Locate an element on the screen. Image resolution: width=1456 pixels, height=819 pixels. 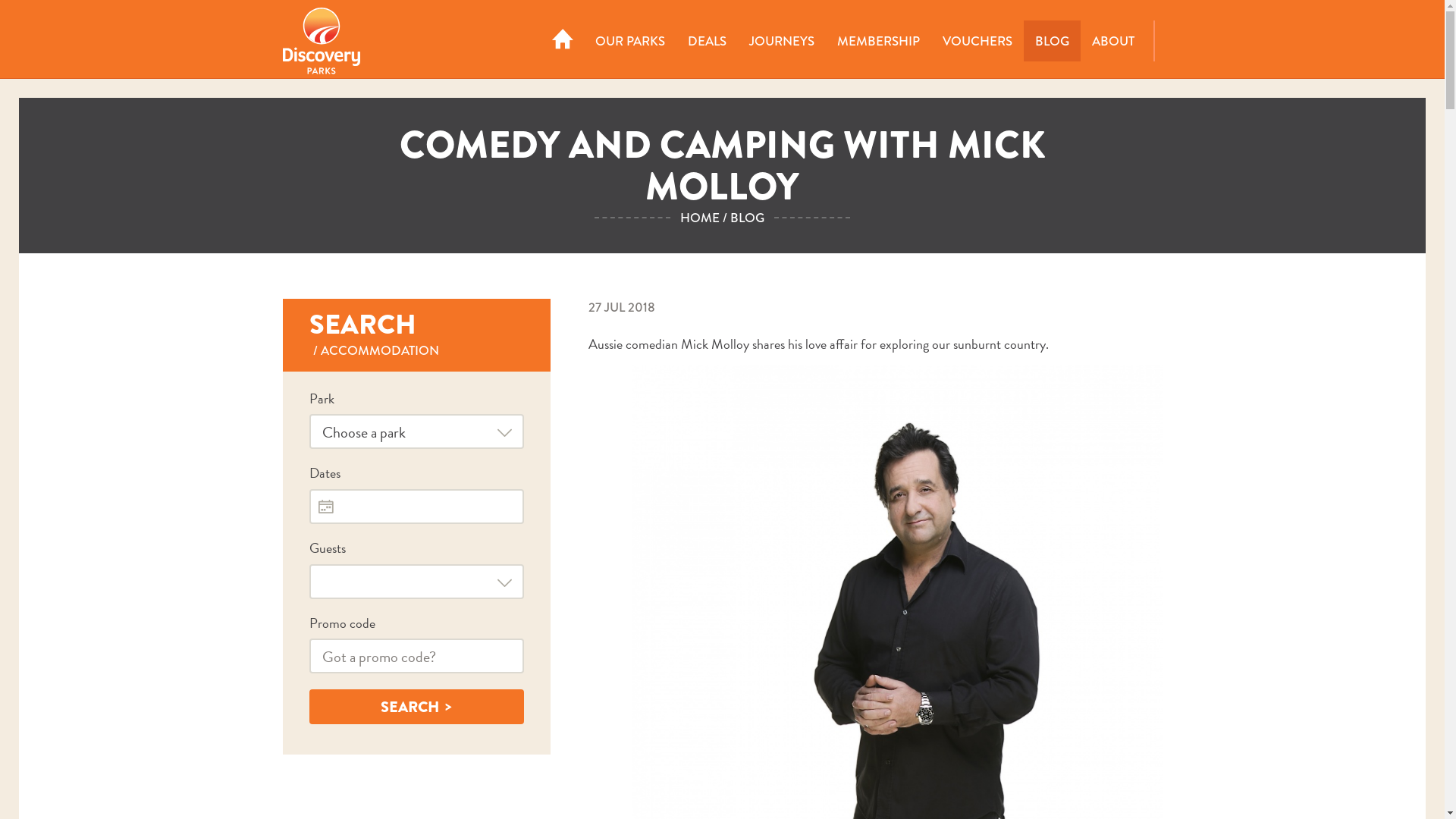
'OUR PARKS' is located at coordinates (629, 40).